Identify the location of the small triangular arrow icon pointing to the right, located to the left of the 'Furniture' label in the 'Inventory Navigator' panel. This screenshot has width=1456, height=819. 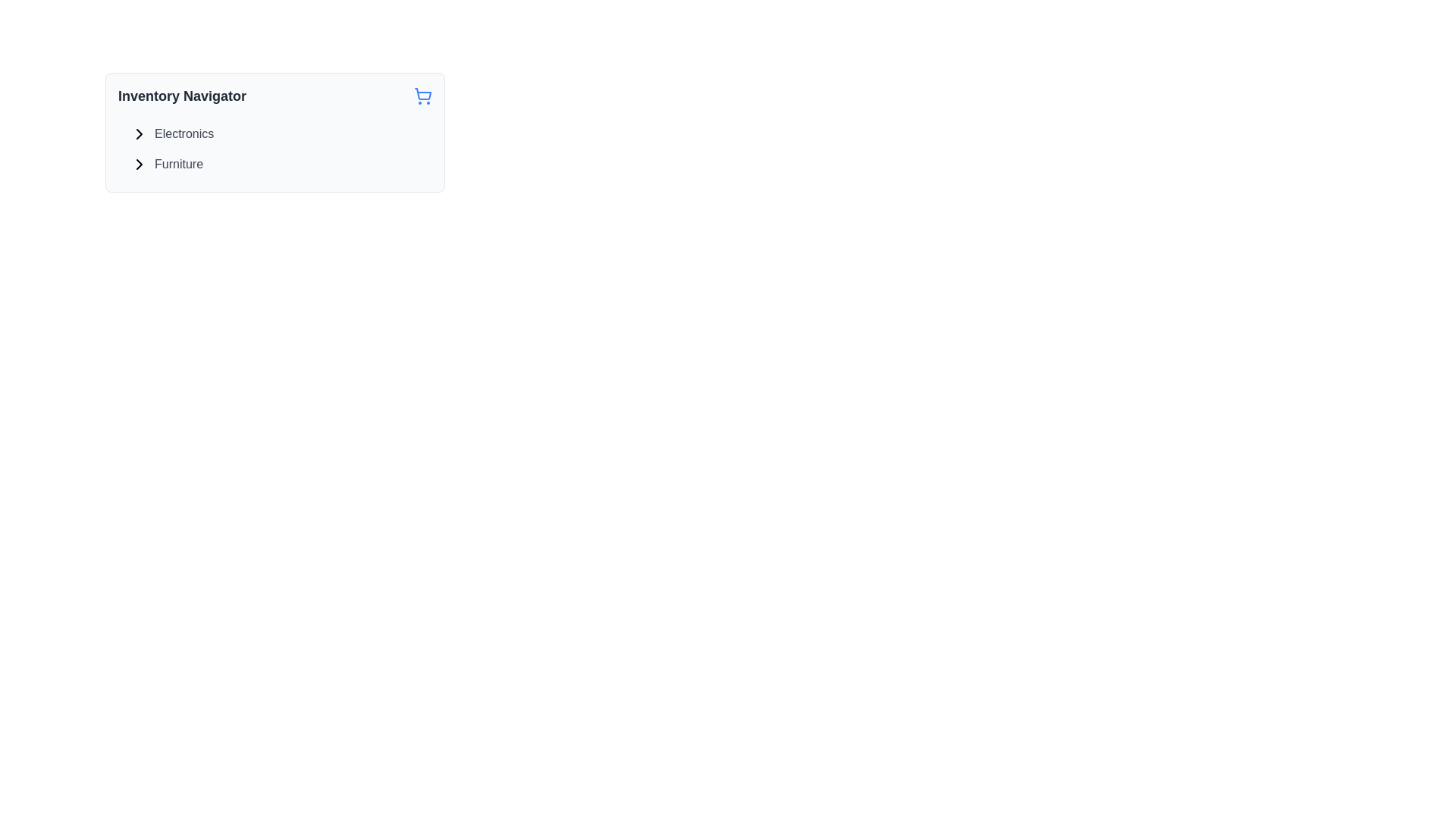
(139, 164).